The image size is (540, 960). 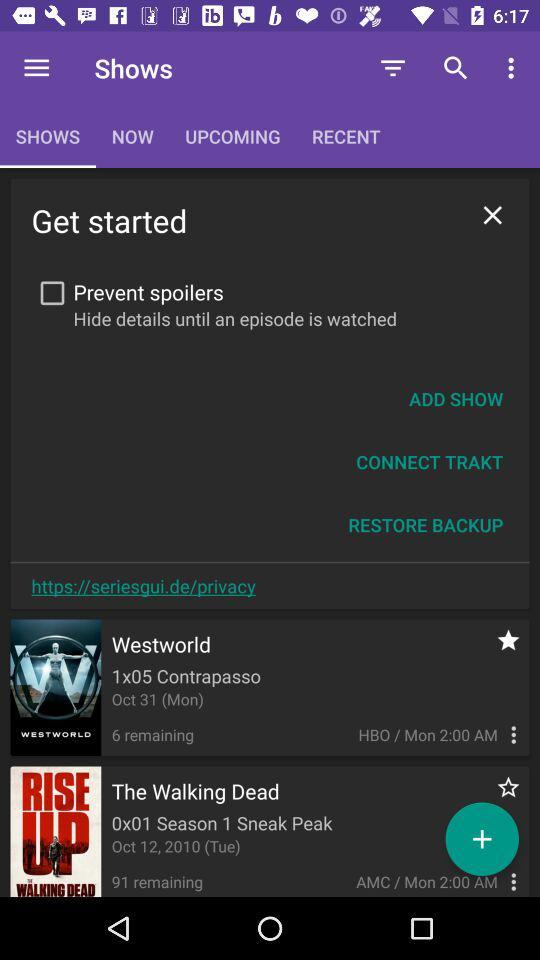 What do you see at coordinates (496, 797) in the screenshot?
I see `item next to the the walking dead icon` at bounding box center [496, 797].